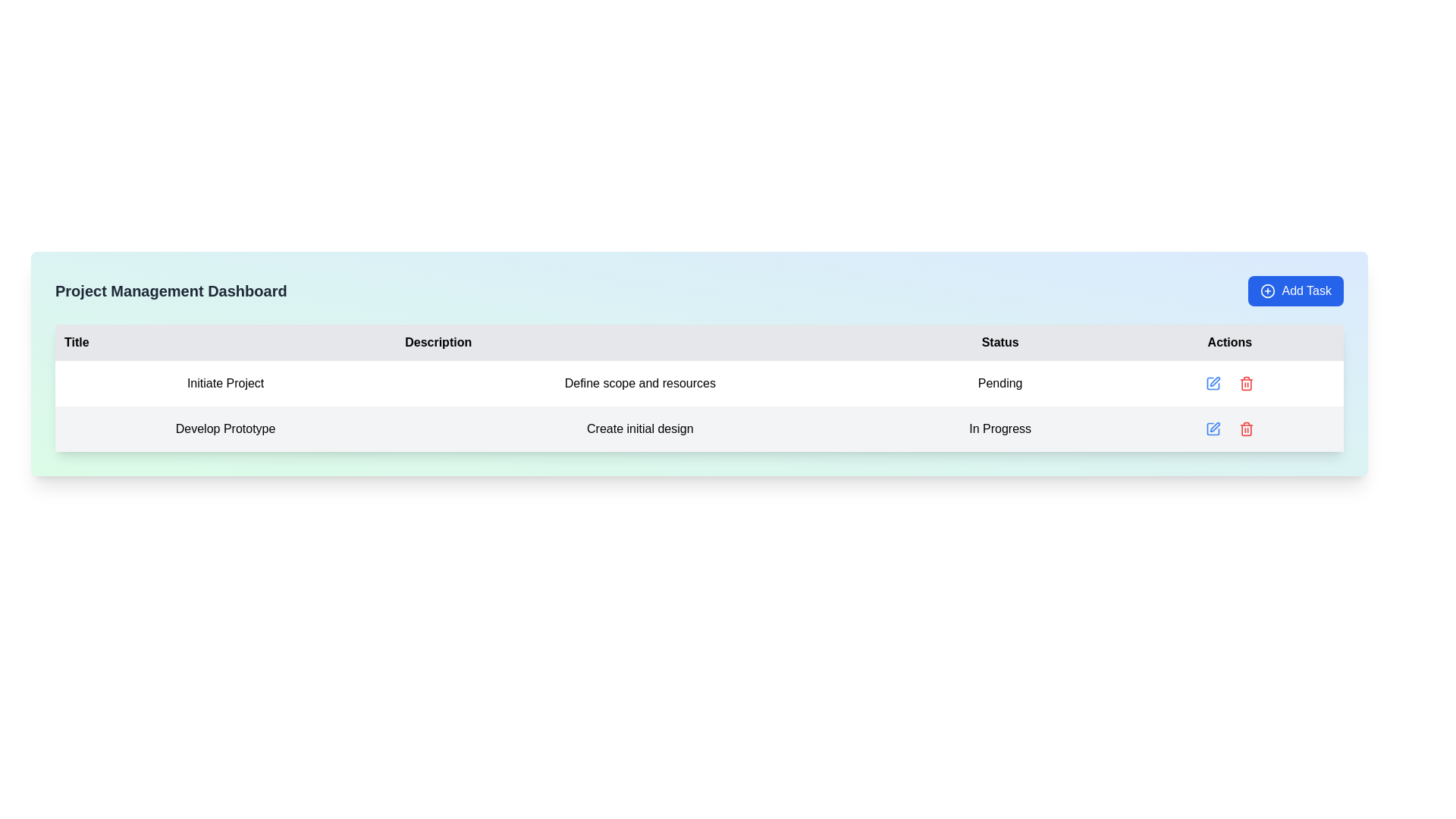  Describe the element at coordinates (1246, 429) in the screenshot. I see `the delete icon button located in the 'Actions' column of the second row of the table` at that location.